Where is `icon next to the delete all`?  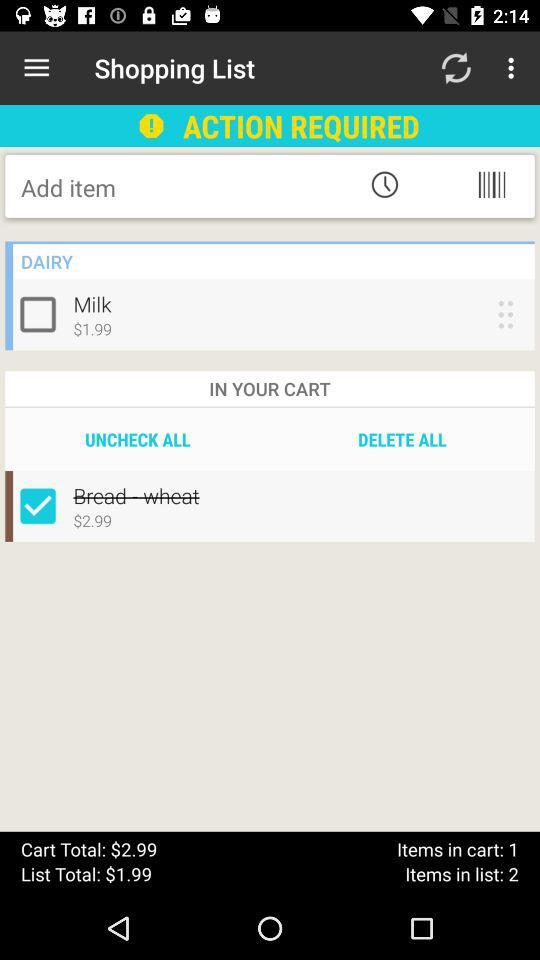 icon next to the delete all is located at coordinates (136, 439).